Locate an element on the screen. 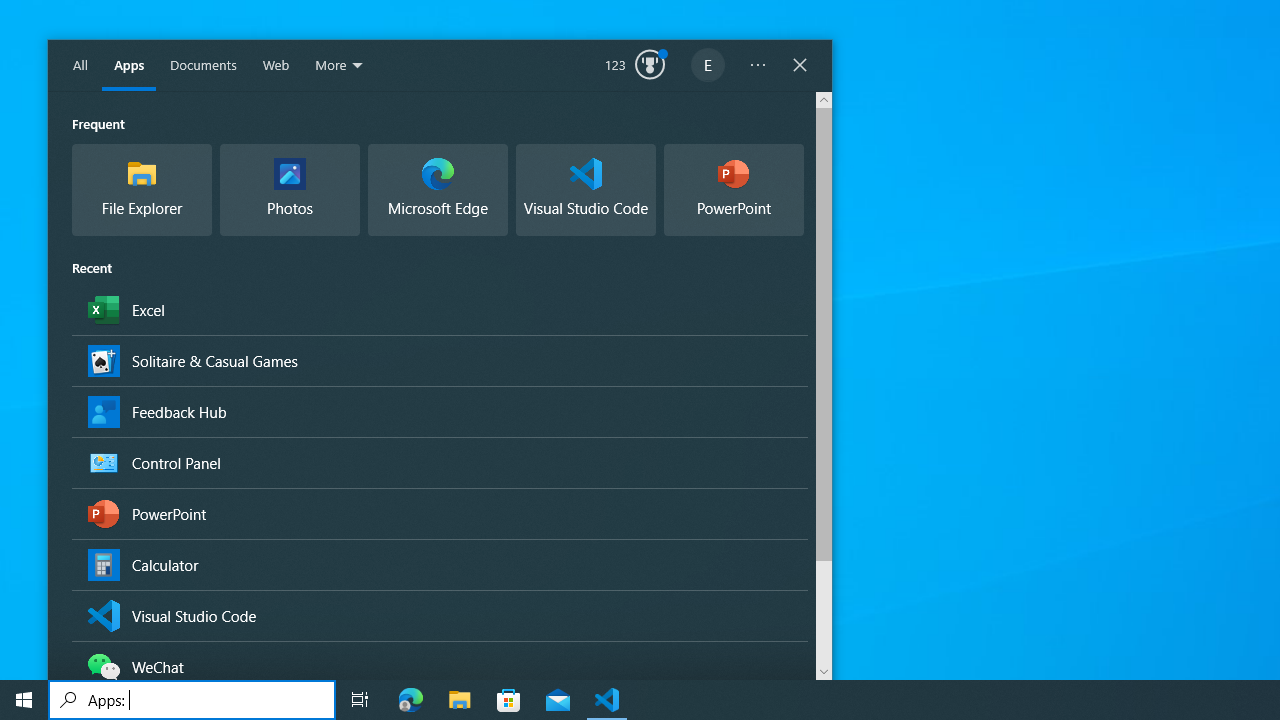 This screenshot has height=720, width=1280. 'Documents' is located at coordinates (203, 65).